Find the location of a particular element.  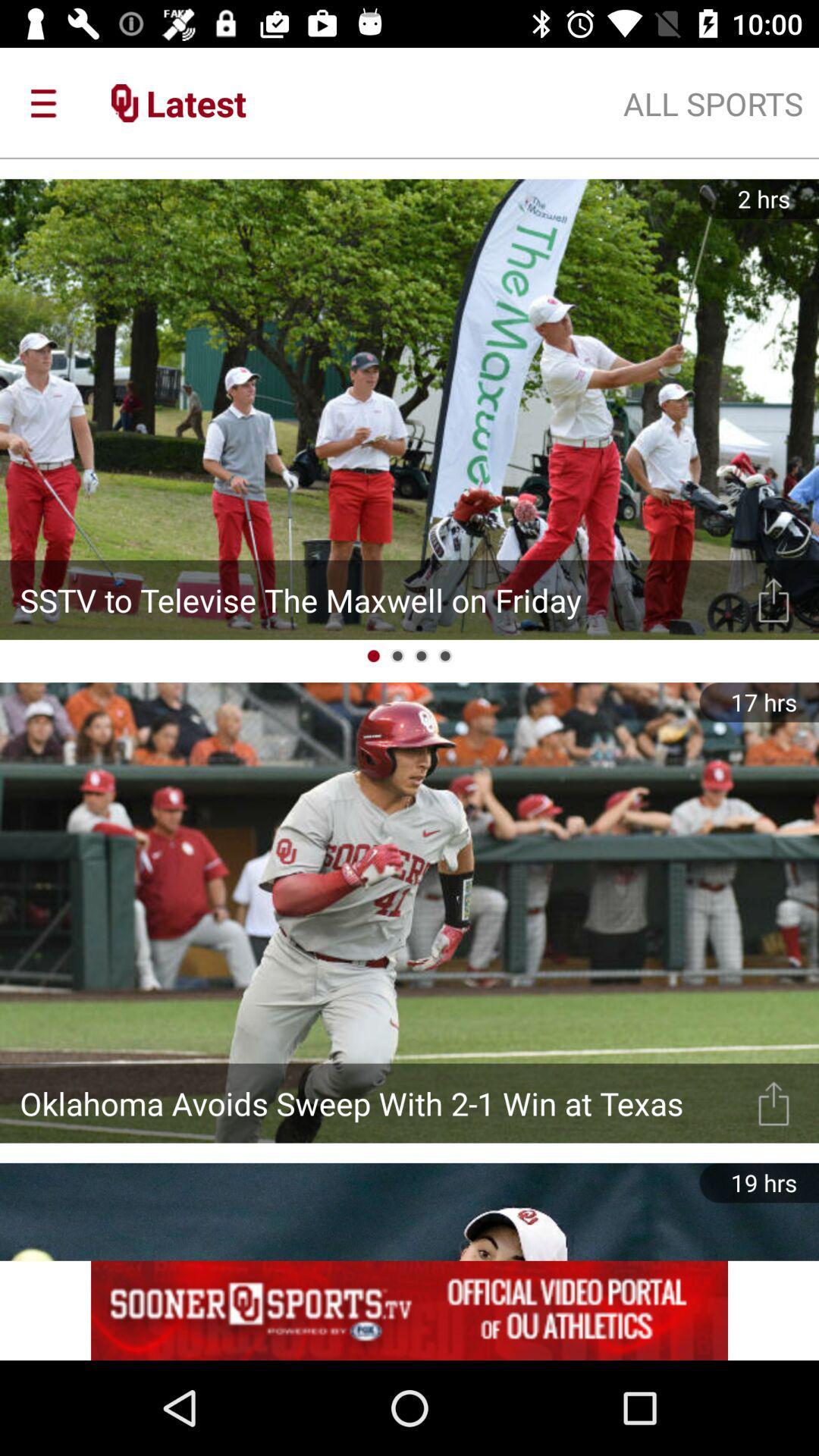

open advertisement is located at coordinates (409, 1310).